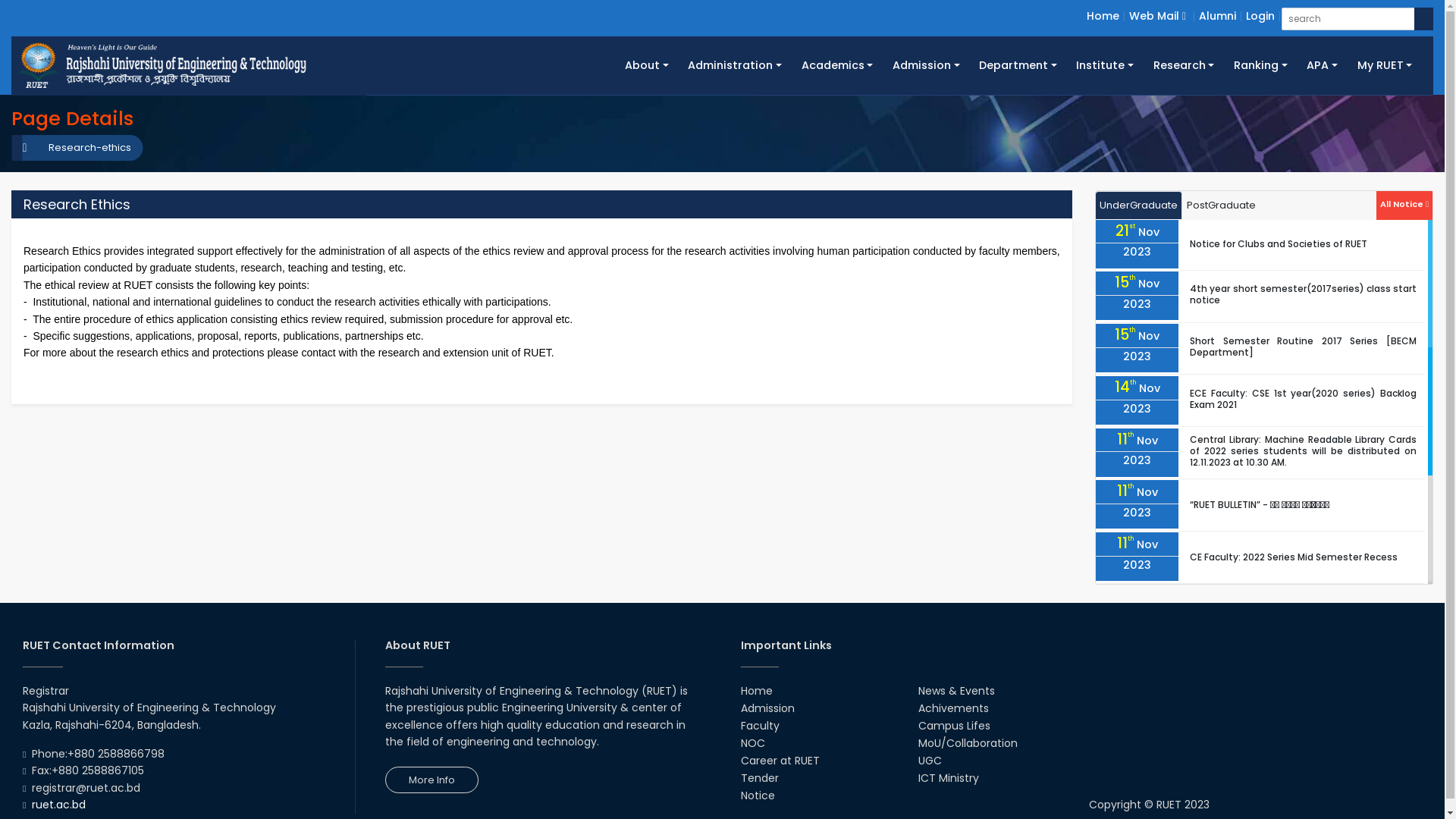 Image resolution: width=1456 pixels, height=819 pixels. What do you see at coordinates (1189, 557) in the screenshot?
I see `'CE Faculty: 2022 Series Mid Semester Recess'` at bounding box center [1189, 557].